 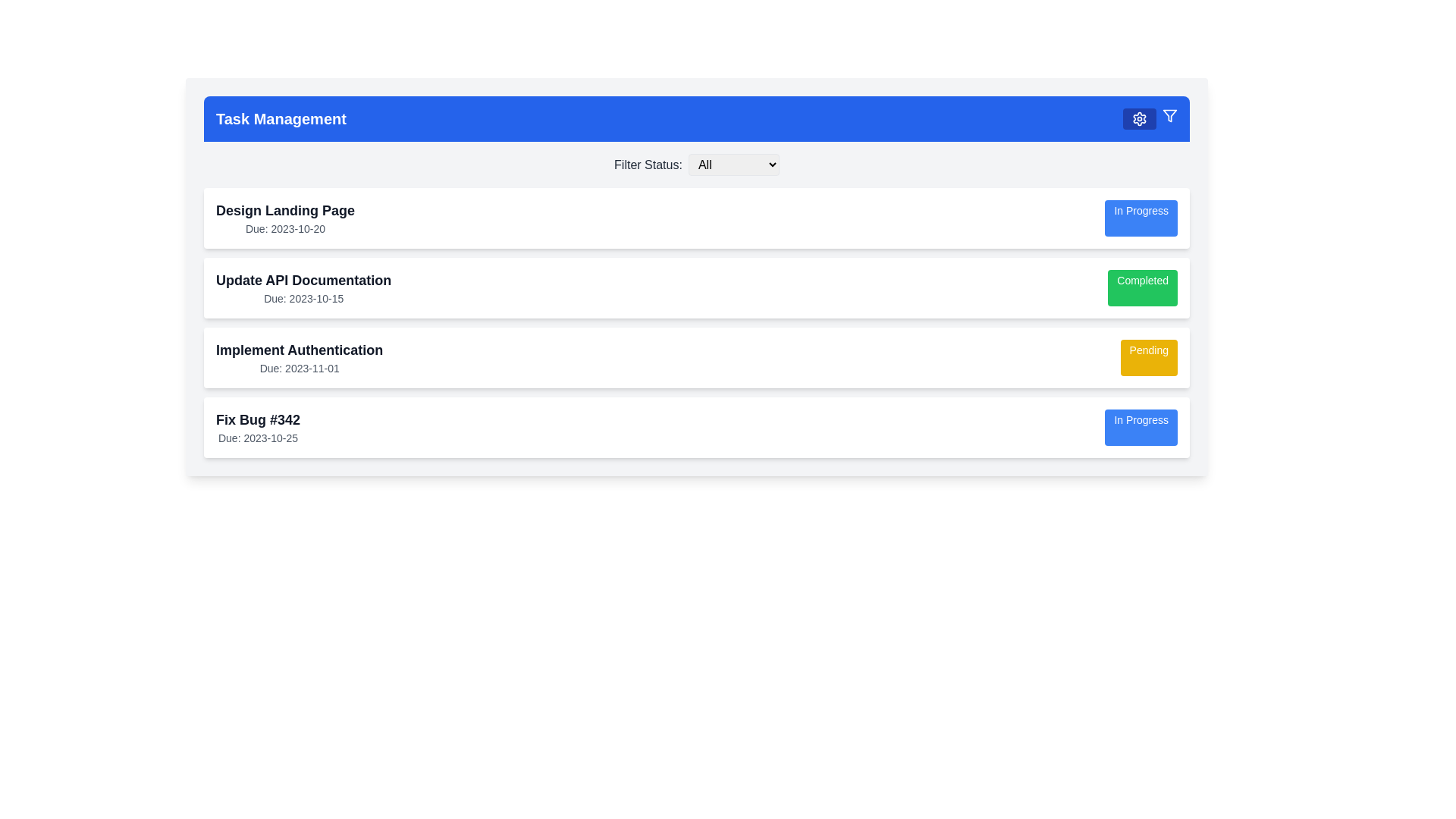 I want to click on text label that serves as the title or identifier for the task in the first task card, located above the due date 'Due: 2023-10-20', so click(x=285, y=210).